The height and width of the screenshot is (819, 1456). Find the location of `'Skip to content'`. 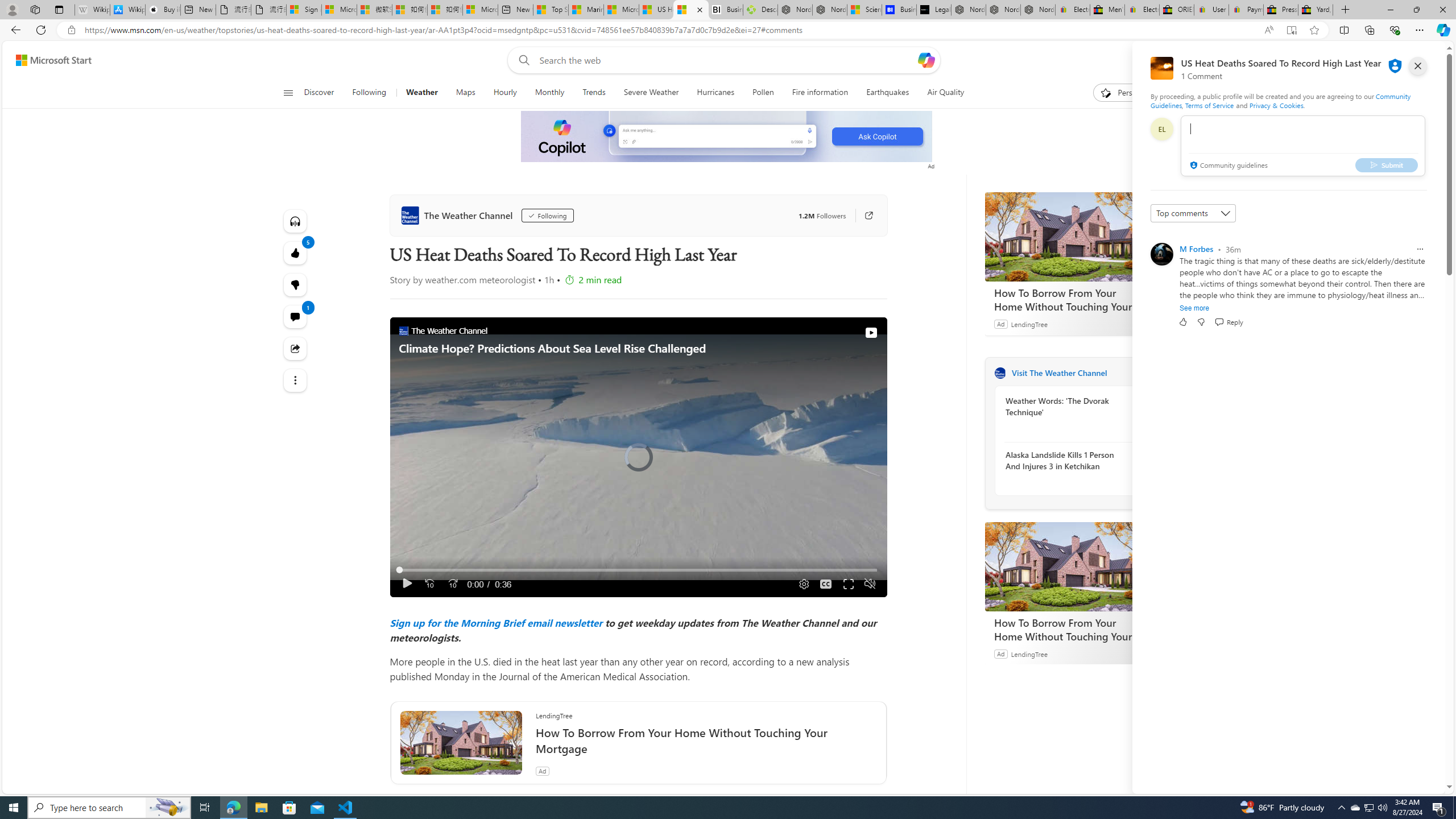

'Skip to content' is located at coordinates (49, 59).